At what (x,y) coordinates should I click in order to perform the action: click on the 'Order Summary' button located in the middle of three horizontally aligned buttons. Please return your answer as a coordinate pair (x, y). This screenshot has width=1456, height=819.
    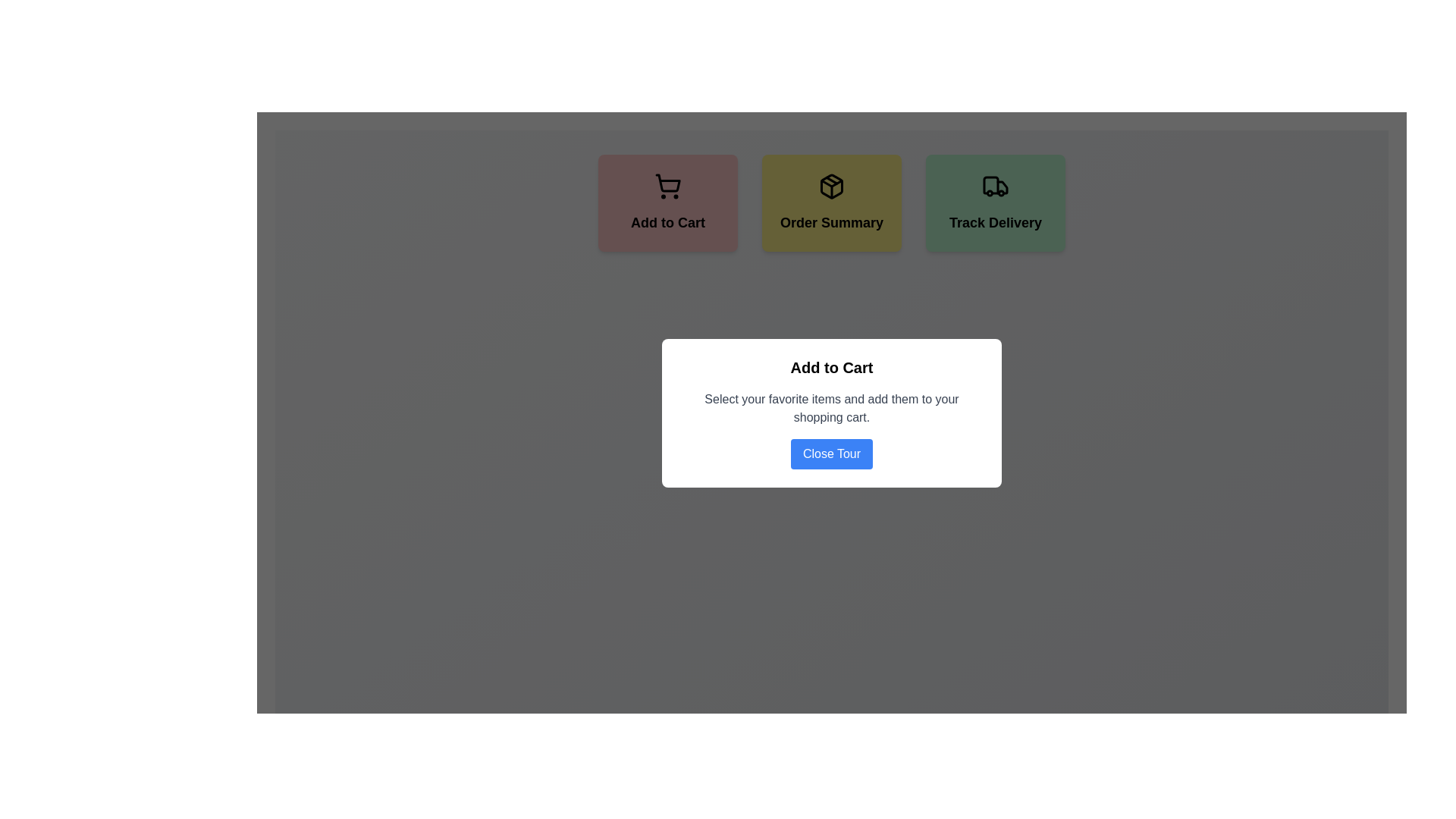
    Looking at the image, I should click on (831, 202).